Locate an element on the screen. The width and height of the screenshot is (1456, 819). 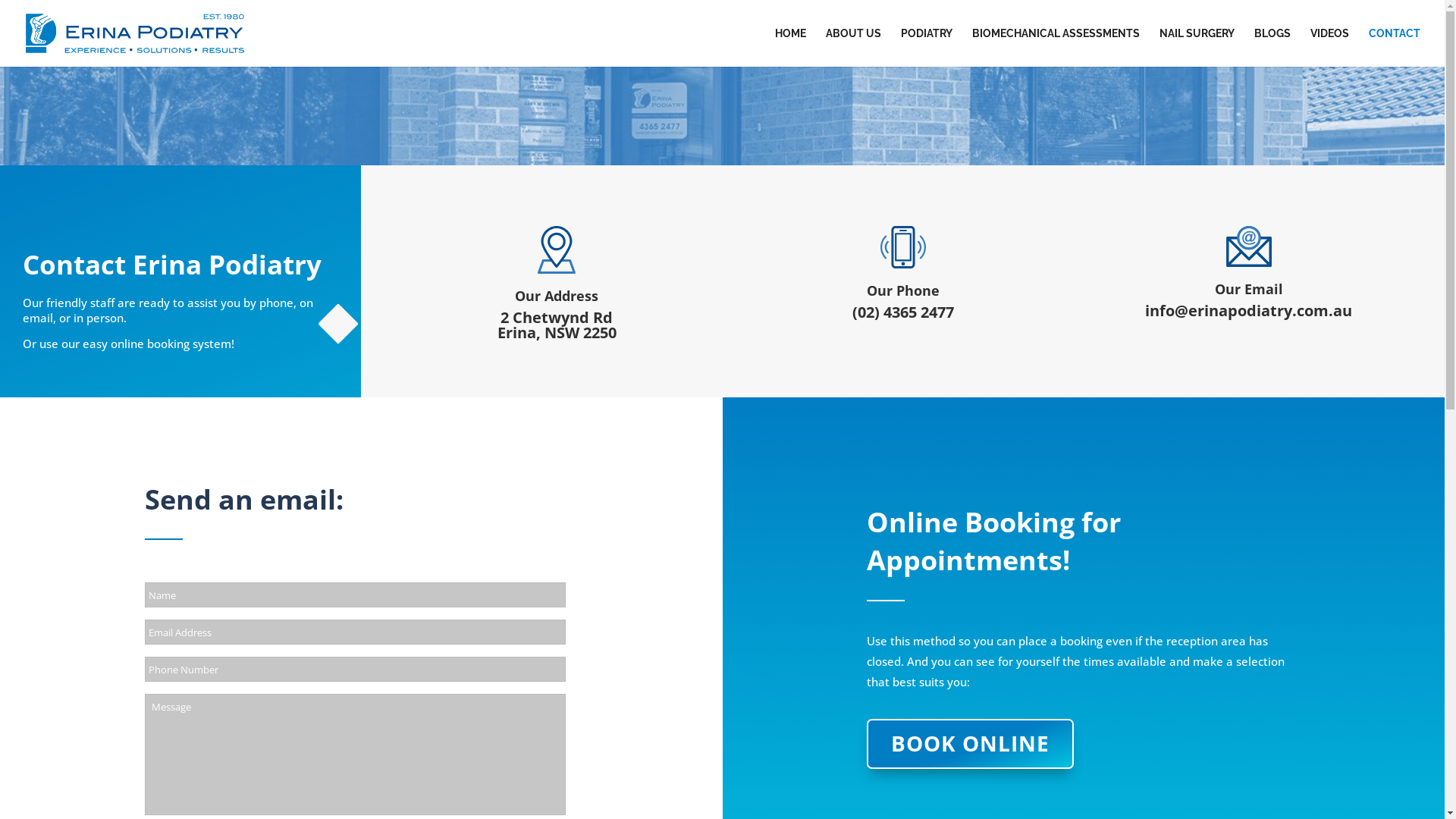
'CONTACT' is located at coordinates (1368, 46).